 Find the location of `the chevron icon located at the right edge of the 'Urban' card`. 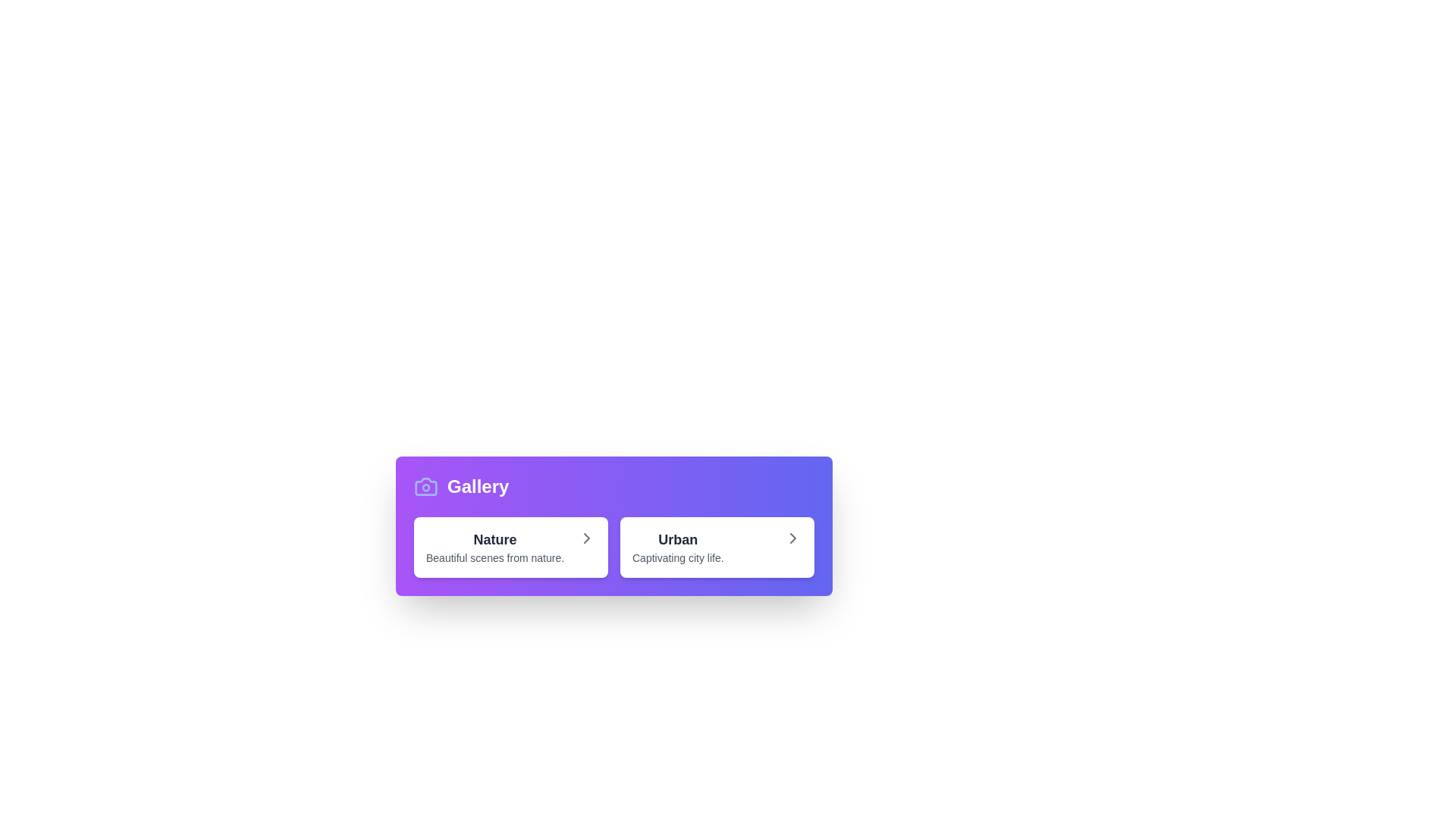

the chevron icon located at the right edge of the 'Urban' card is located at coordinates (792, 537).